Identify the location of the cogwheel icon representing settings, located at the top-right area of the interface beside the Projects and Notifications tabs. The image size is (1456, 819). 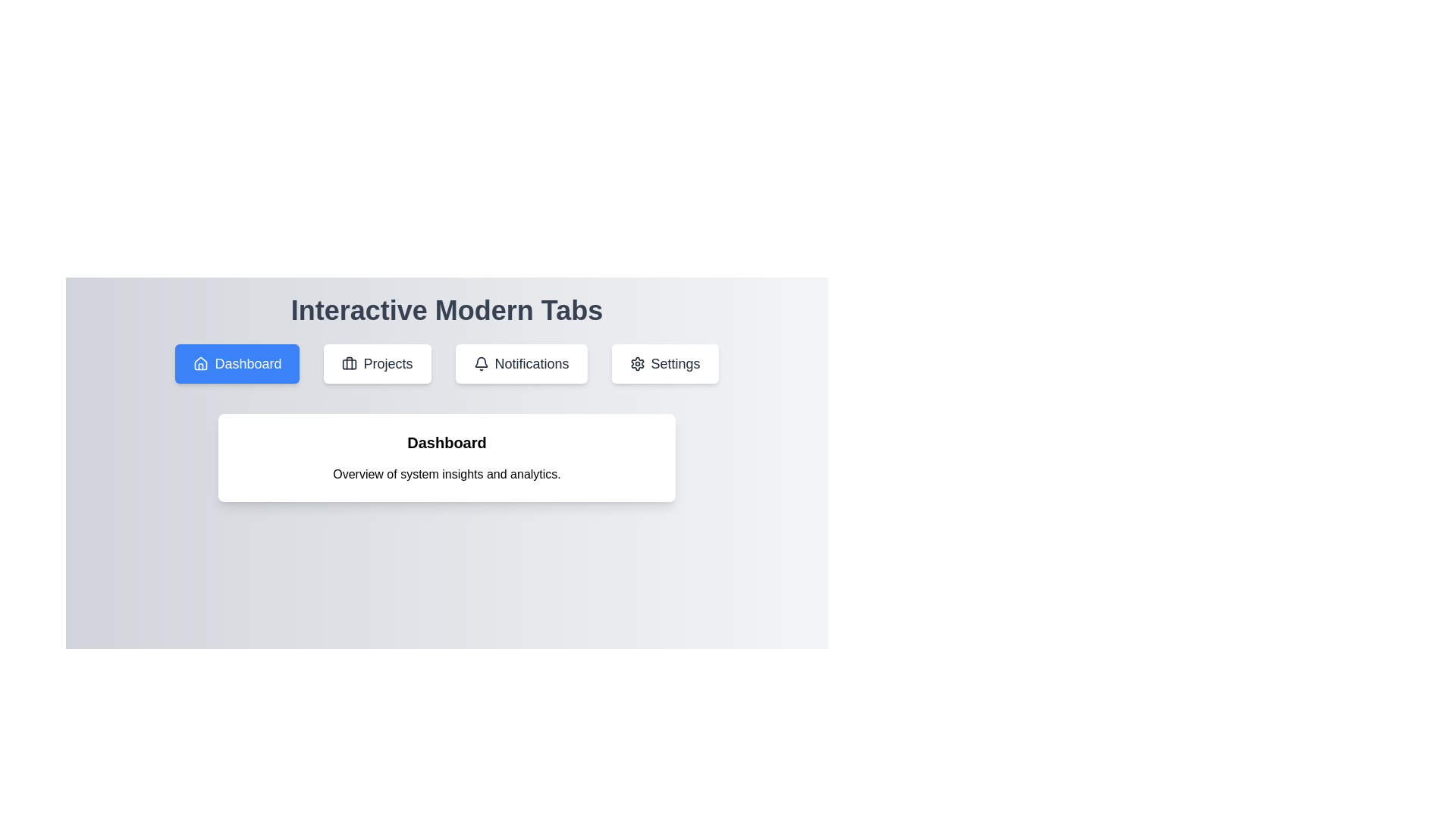
(637, 363).